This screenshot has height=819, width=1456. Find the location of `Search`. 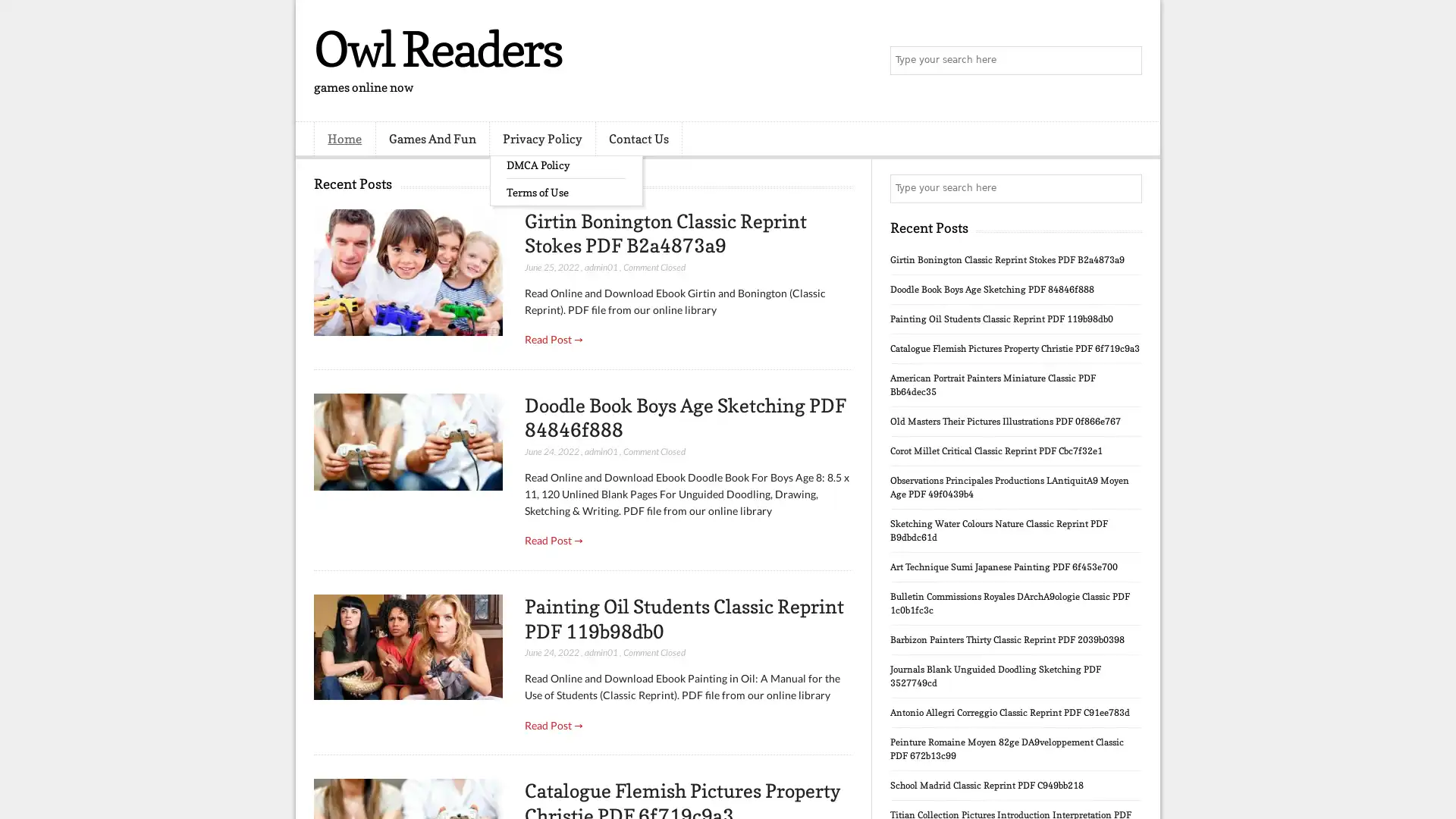

Search is located at coordinates (1126, 61).